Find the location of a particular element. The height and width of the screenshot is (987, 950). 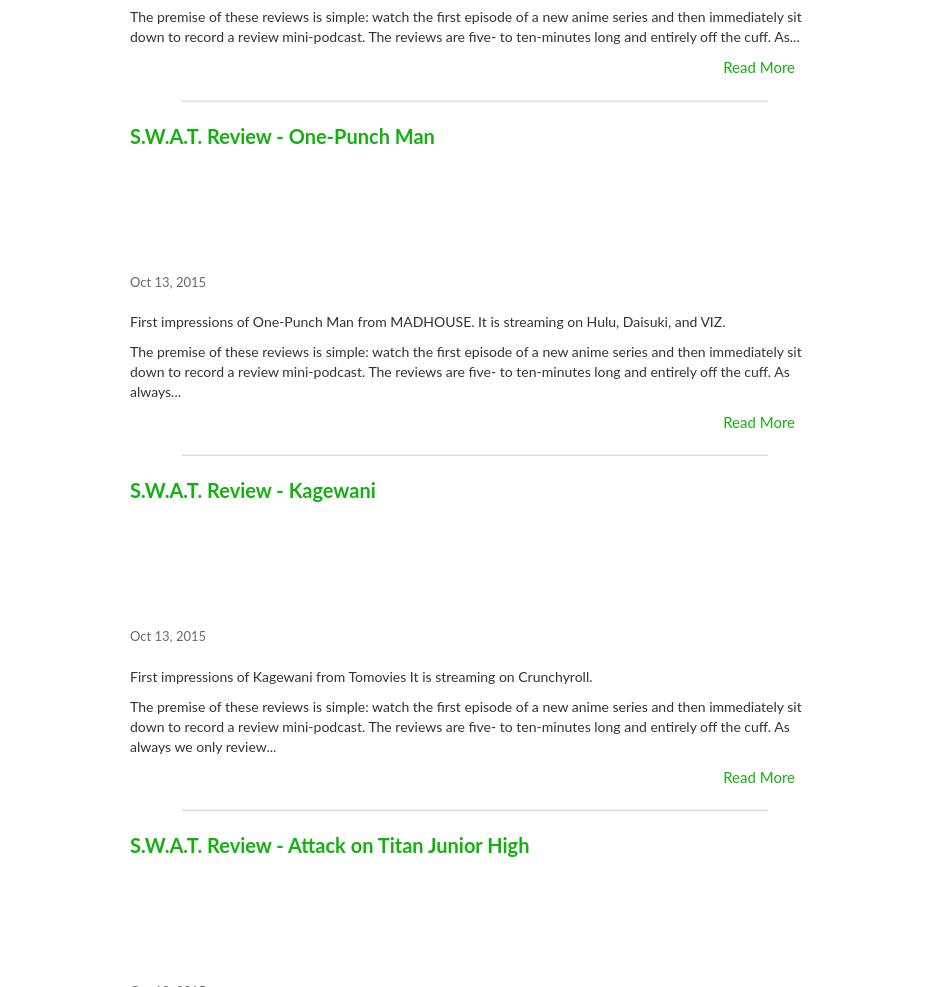

'S.W.A.T. Review - One-Punch Man' is located at coordinates (129, 136).